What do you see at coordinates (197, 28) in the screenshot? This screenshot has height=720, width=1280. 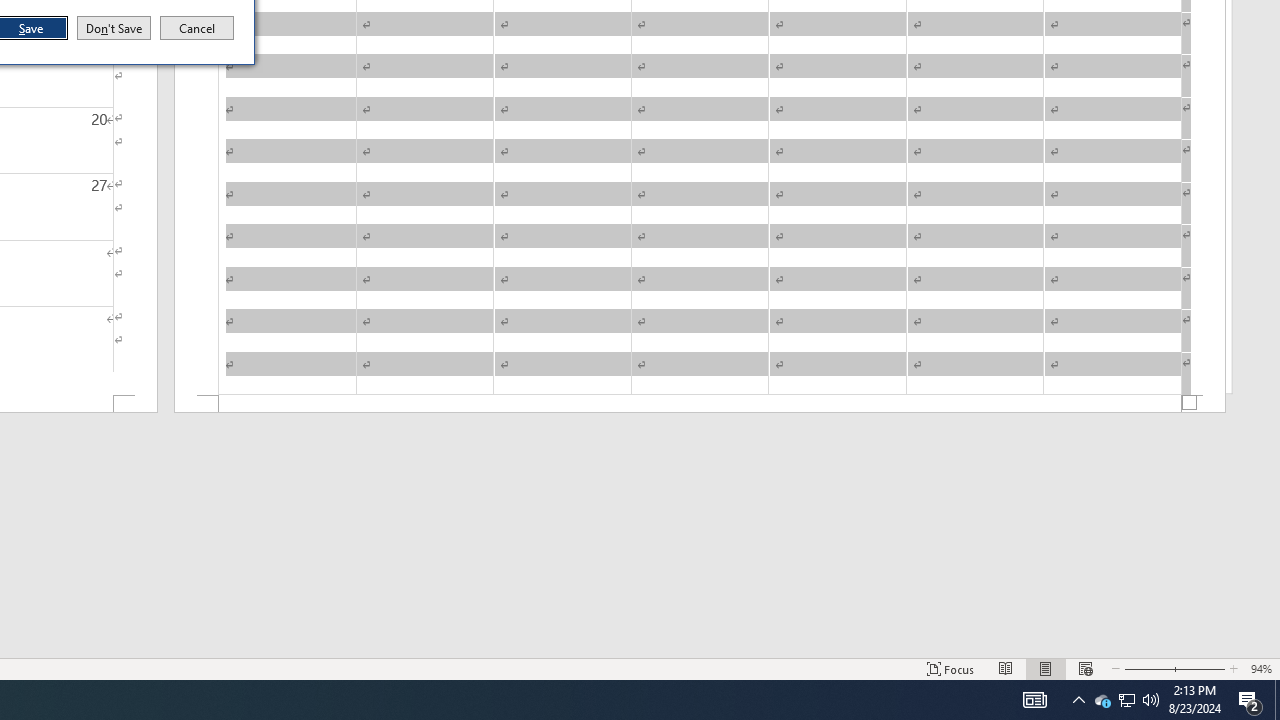 I see `'Cancel'` at bounding box center [197, 28].